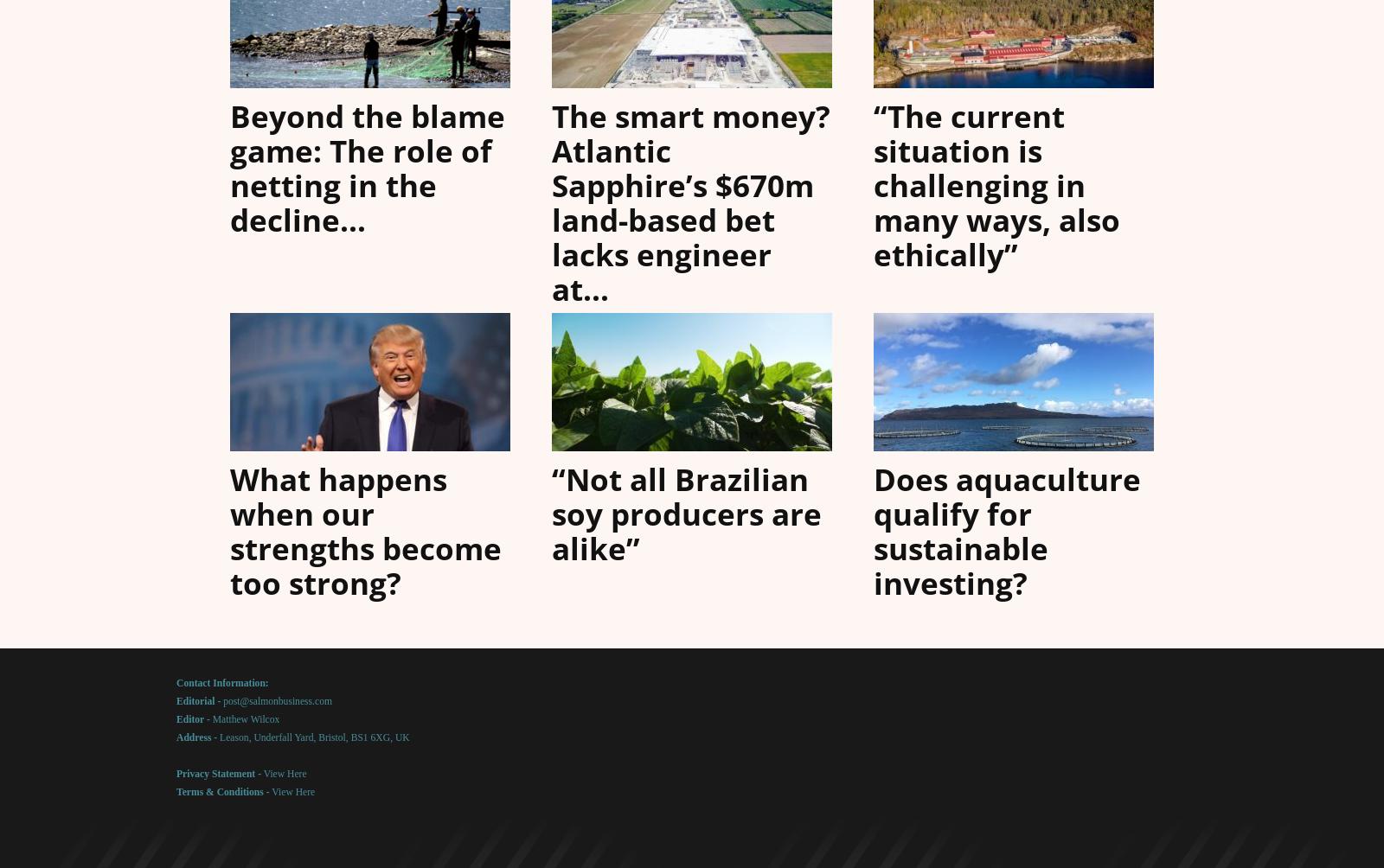 This screenshot has width=1384, height=868. What do you see at coordinates (244, 718) in the screenshot?
I see `'Matthew Wilcox'` at bounding box center [244, 718].